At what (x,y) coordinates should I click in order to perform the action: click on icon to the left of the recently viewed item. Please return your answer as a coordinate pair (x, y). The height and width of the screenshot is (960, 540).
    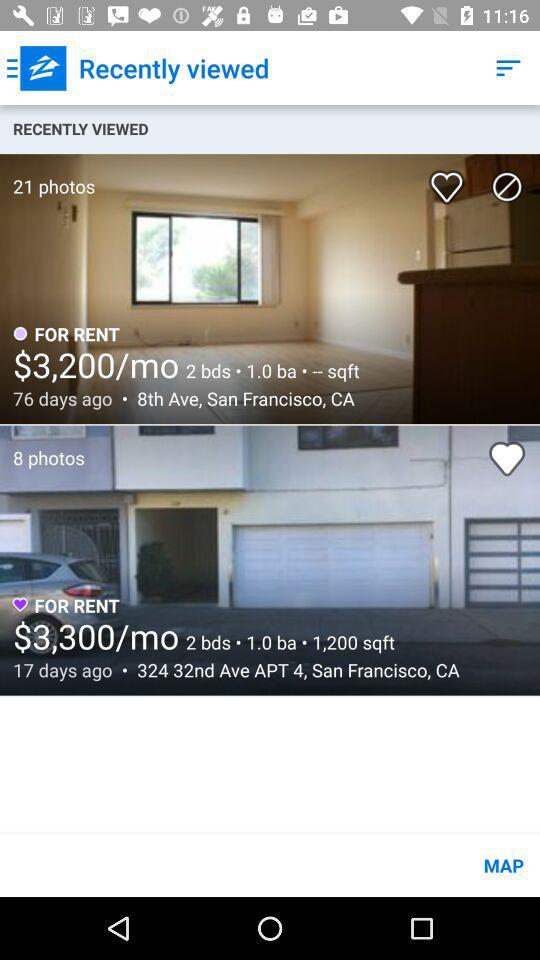
    Looking at the image, I should click on (36, 68).